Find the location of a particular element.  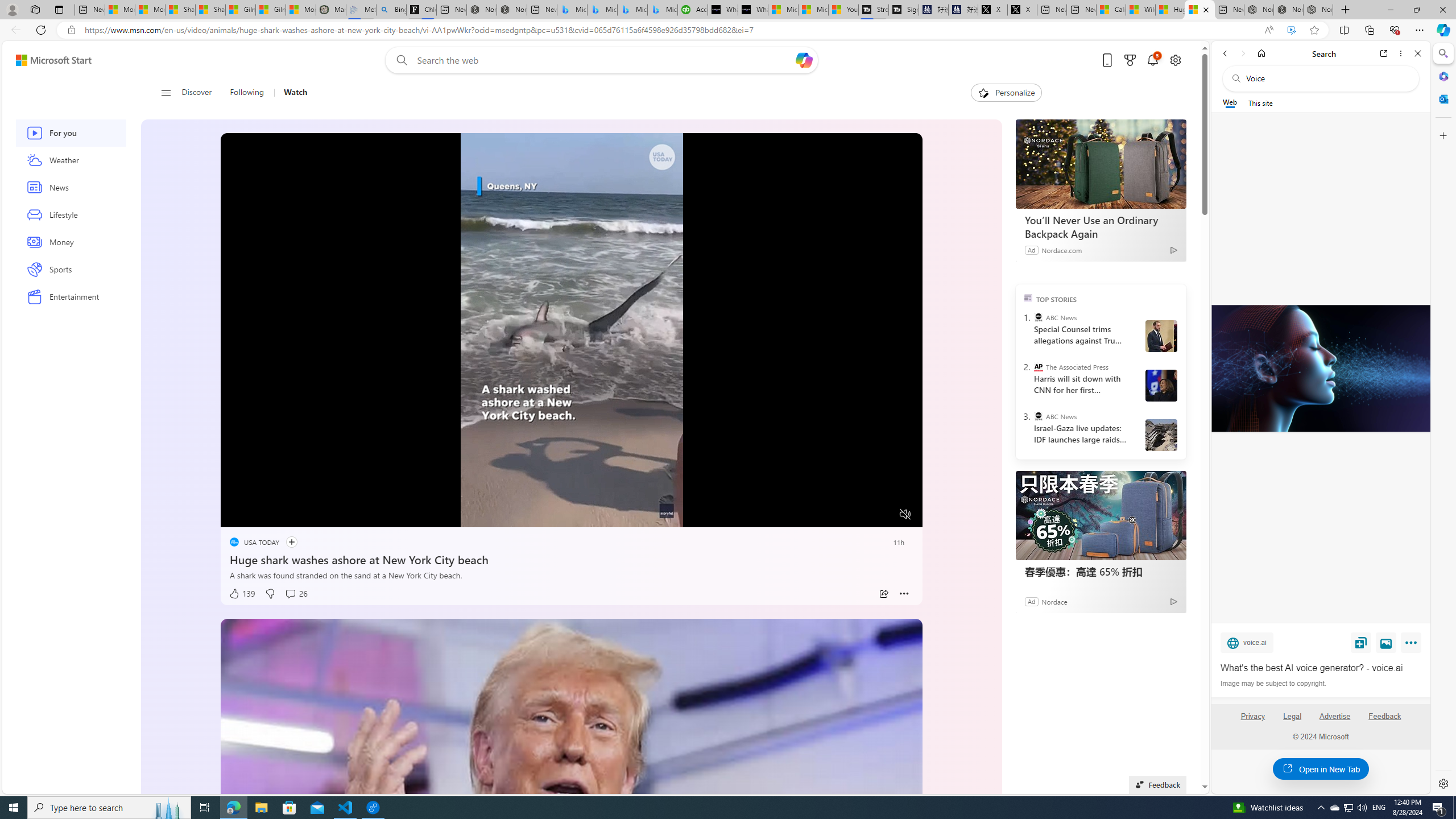

'Advertise' is located at coordinates (1335, 721).